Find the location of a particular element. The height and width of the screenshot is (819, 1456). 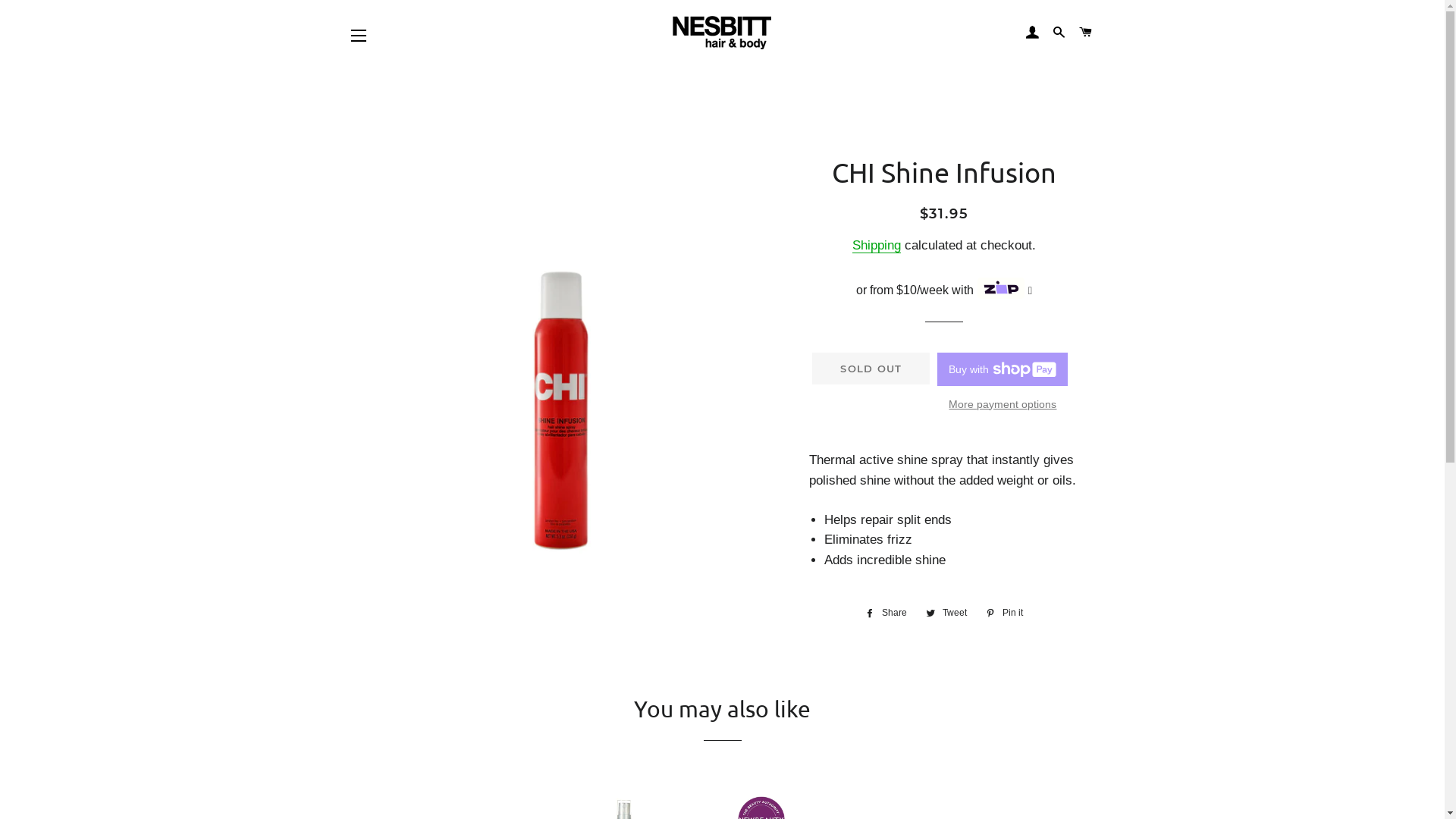

'More payment options' is located at coordinates (1002, 403).